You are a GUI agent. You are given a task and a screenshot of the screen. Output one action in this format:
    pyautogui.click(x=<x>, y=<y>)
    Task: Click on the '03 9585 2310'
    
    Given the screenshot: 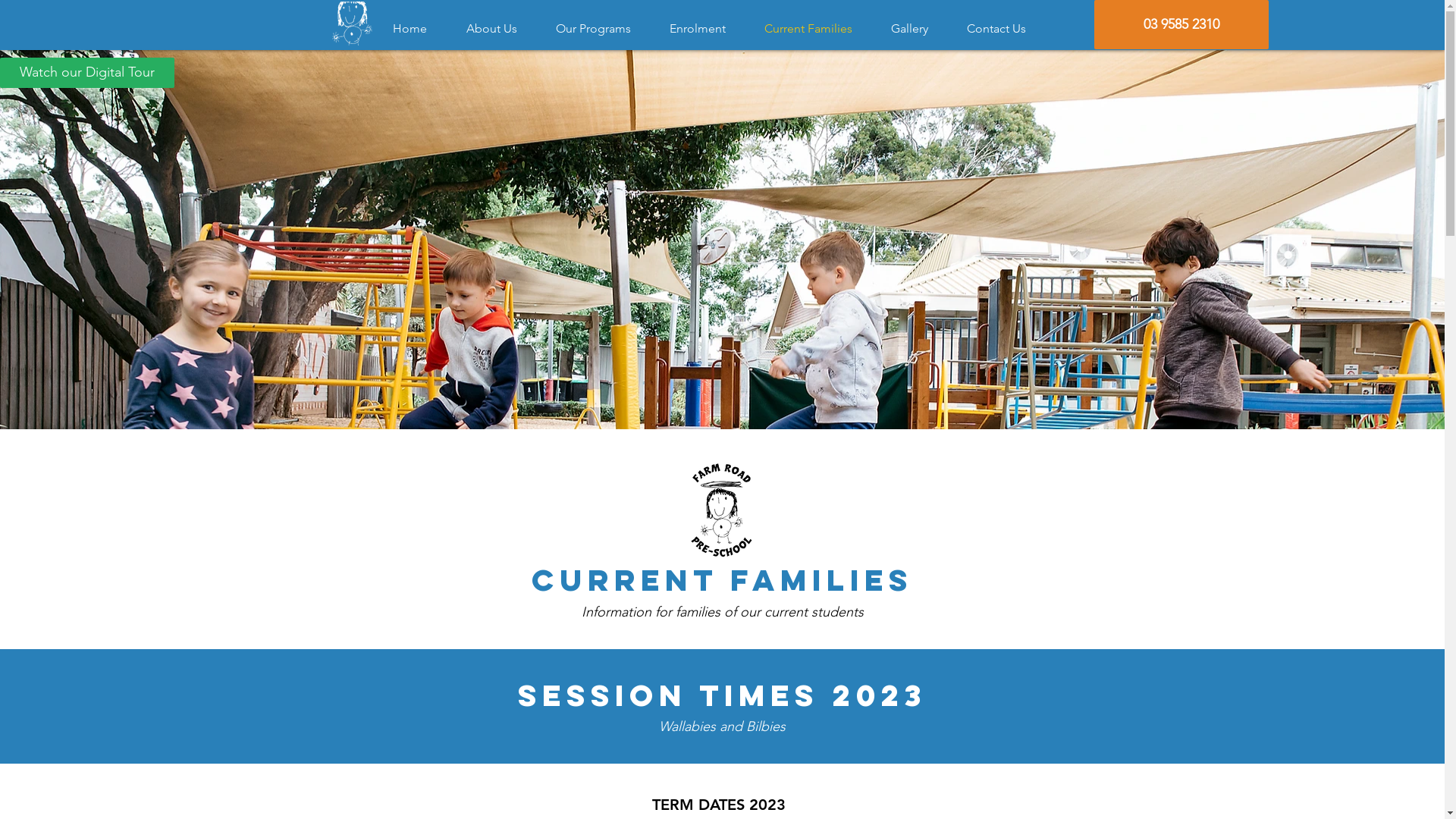 What is the action you would take?
    pyautogui.click(x=1179, y=24)
    